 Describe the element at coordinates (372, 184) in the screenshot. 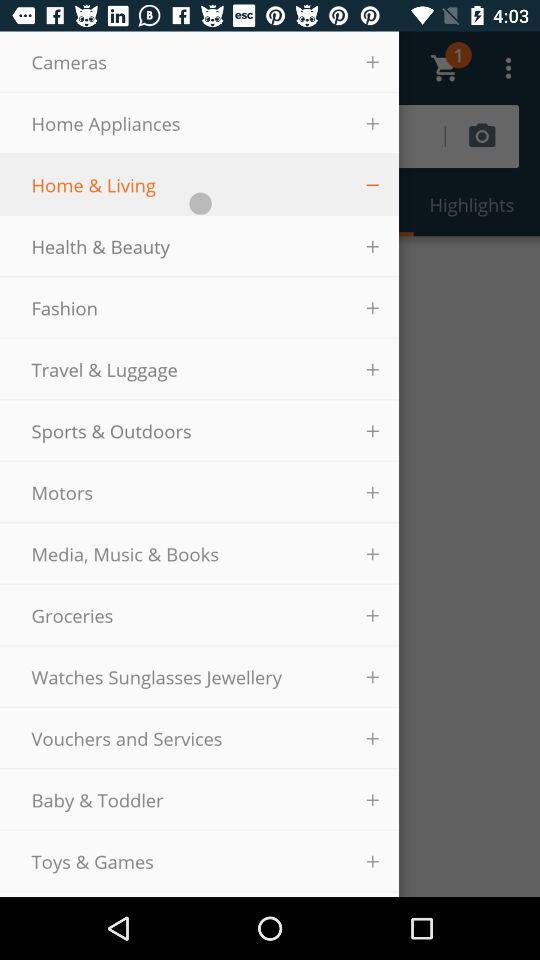

I see `the  button` at that location.